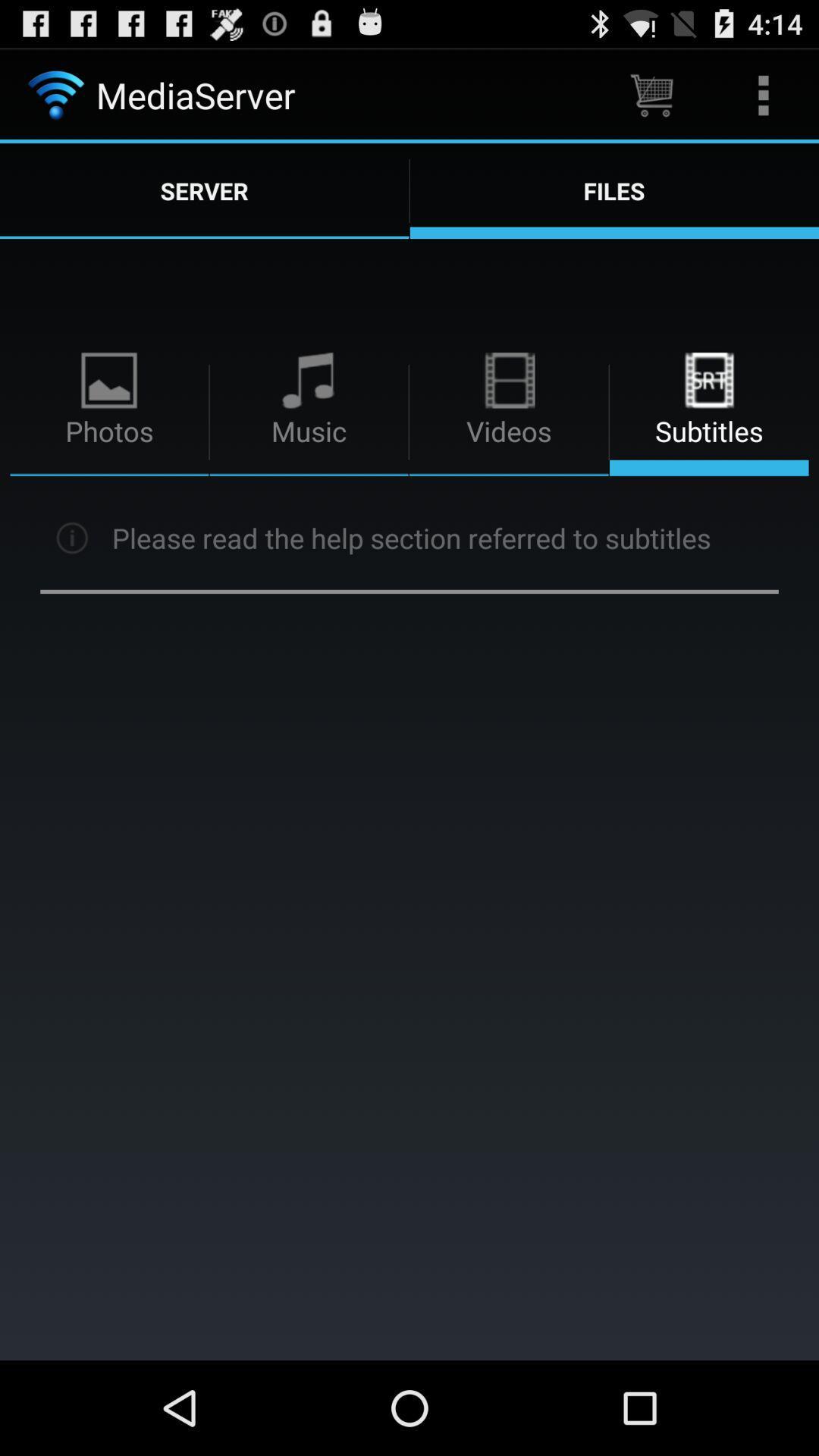  What do you see at coordinates (108, 412) in the screenshot?
I see `option photos on page` at bounding box center [108, 412].